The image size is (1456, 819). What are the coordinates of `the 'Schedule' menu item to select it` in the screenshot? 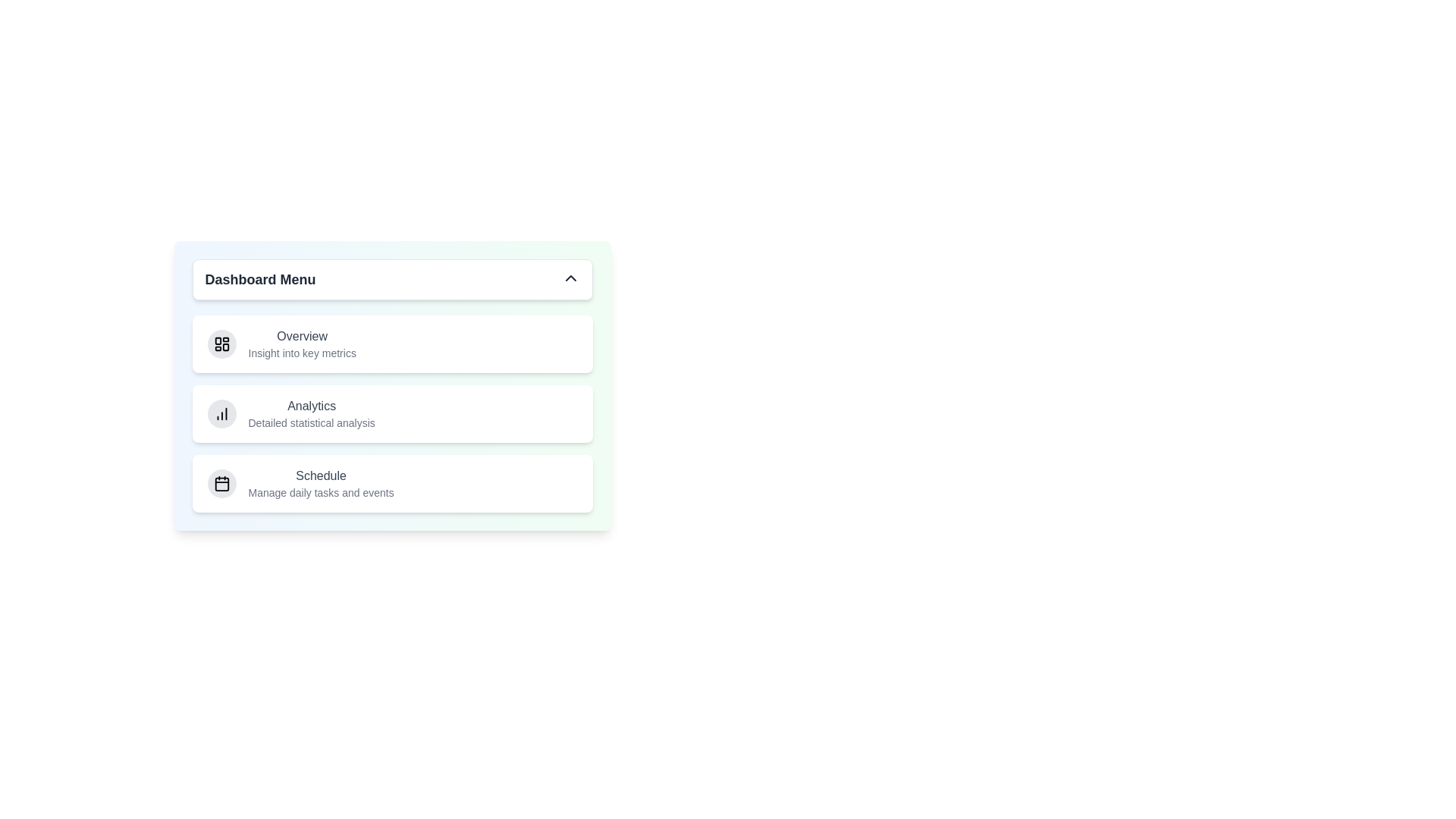 It's located at (320, 483).